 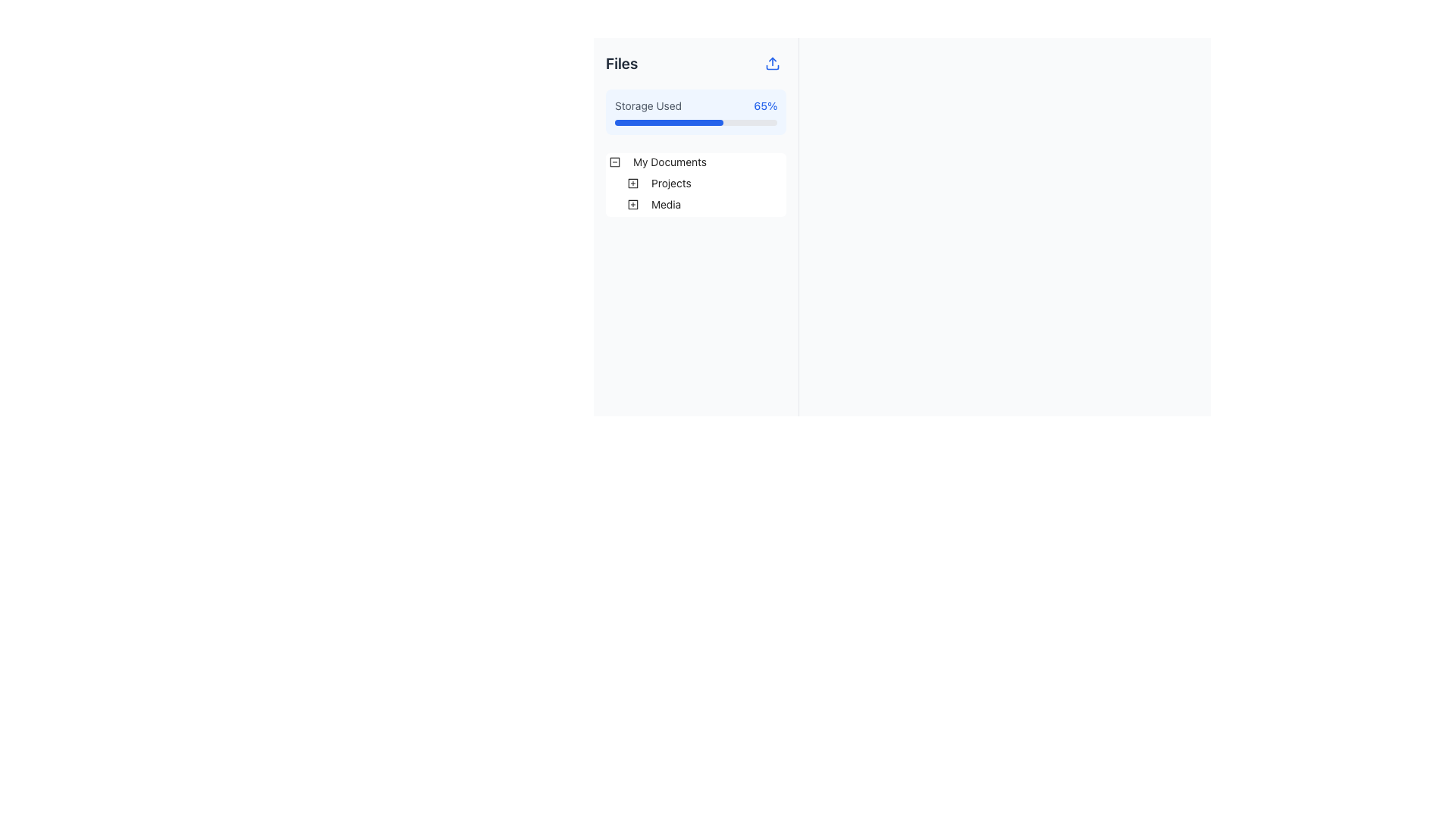 I want to click on the first Tree item representing a folder in the left-side panel, so click(x=659, y=162).